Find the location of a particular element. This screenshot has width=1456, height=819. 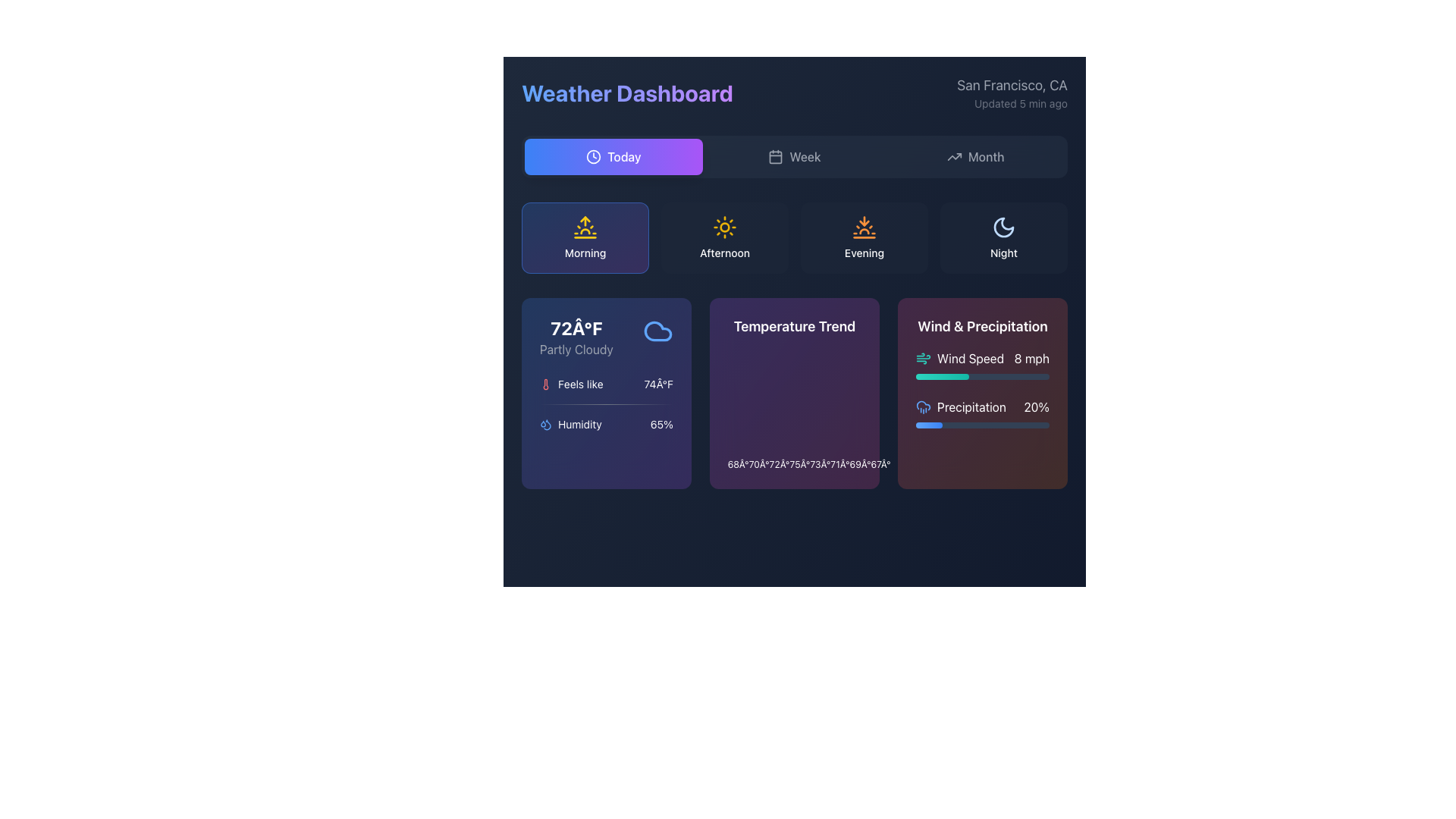

the 'Morning' selectable card is located at coordinates (585, 237).